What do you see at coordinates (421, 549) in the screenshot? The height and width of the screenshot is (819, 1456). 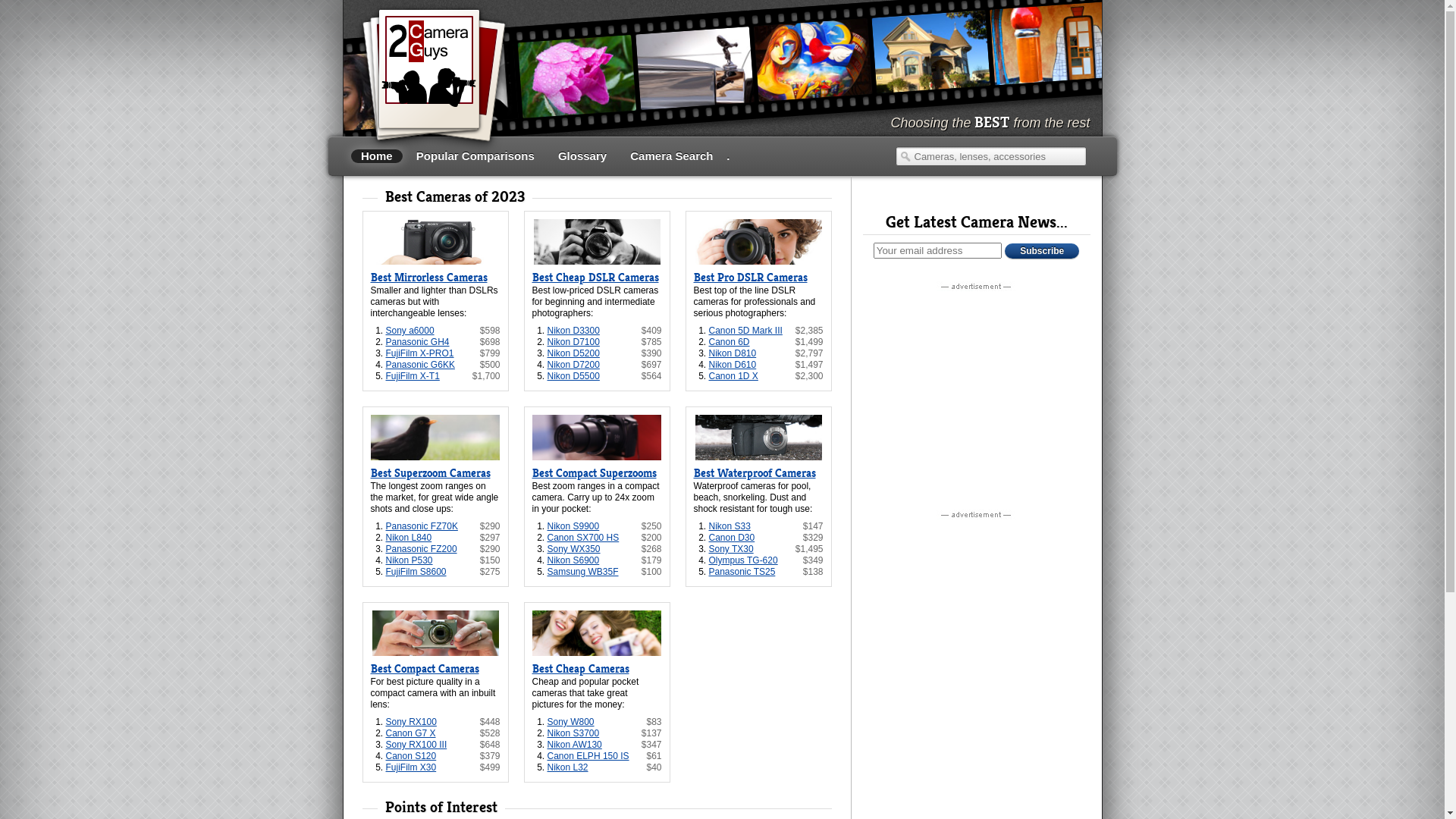 I see `'Panasonic FZ200'` at bounding box center [421, 549].